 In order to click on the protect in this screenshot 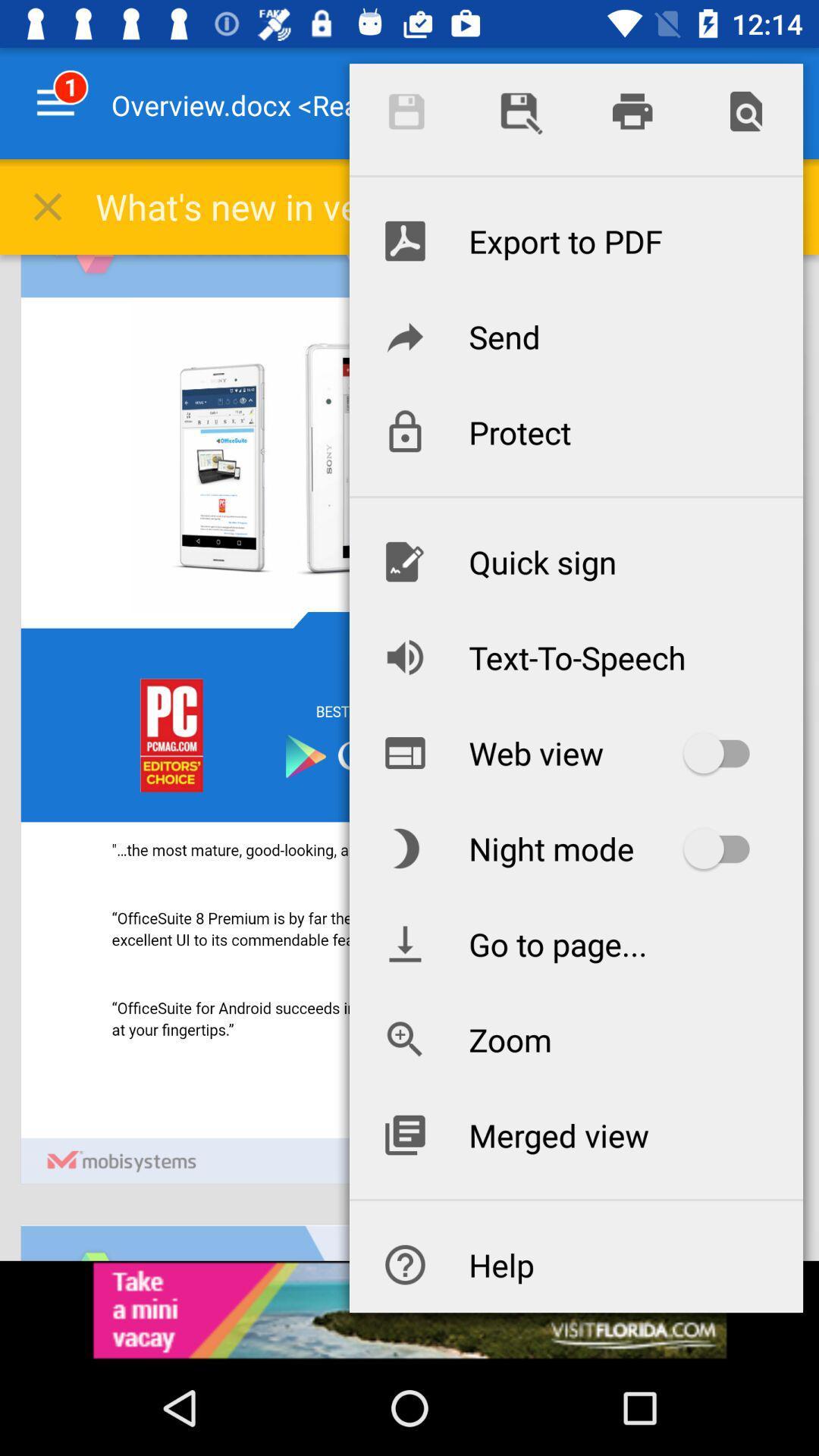, I will do `click(576, 431)`.